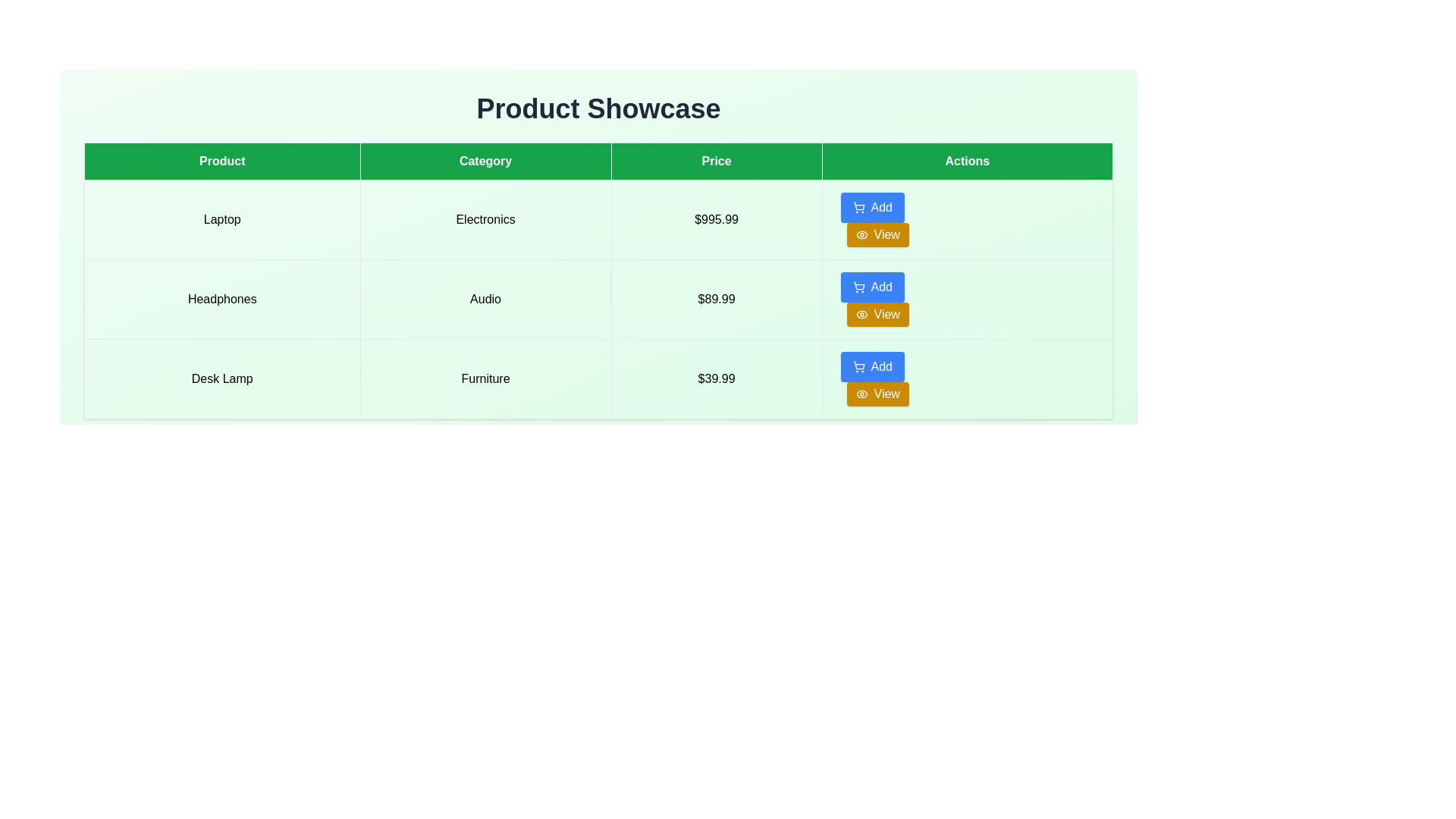 The height and width of the screenshot is (819, 1456). Describe the element at coordinates (716, 378) in the screenshot. I see `the text label displaying '$39.99' in the third column of the last row in the table entitled 'Price'` at that location.